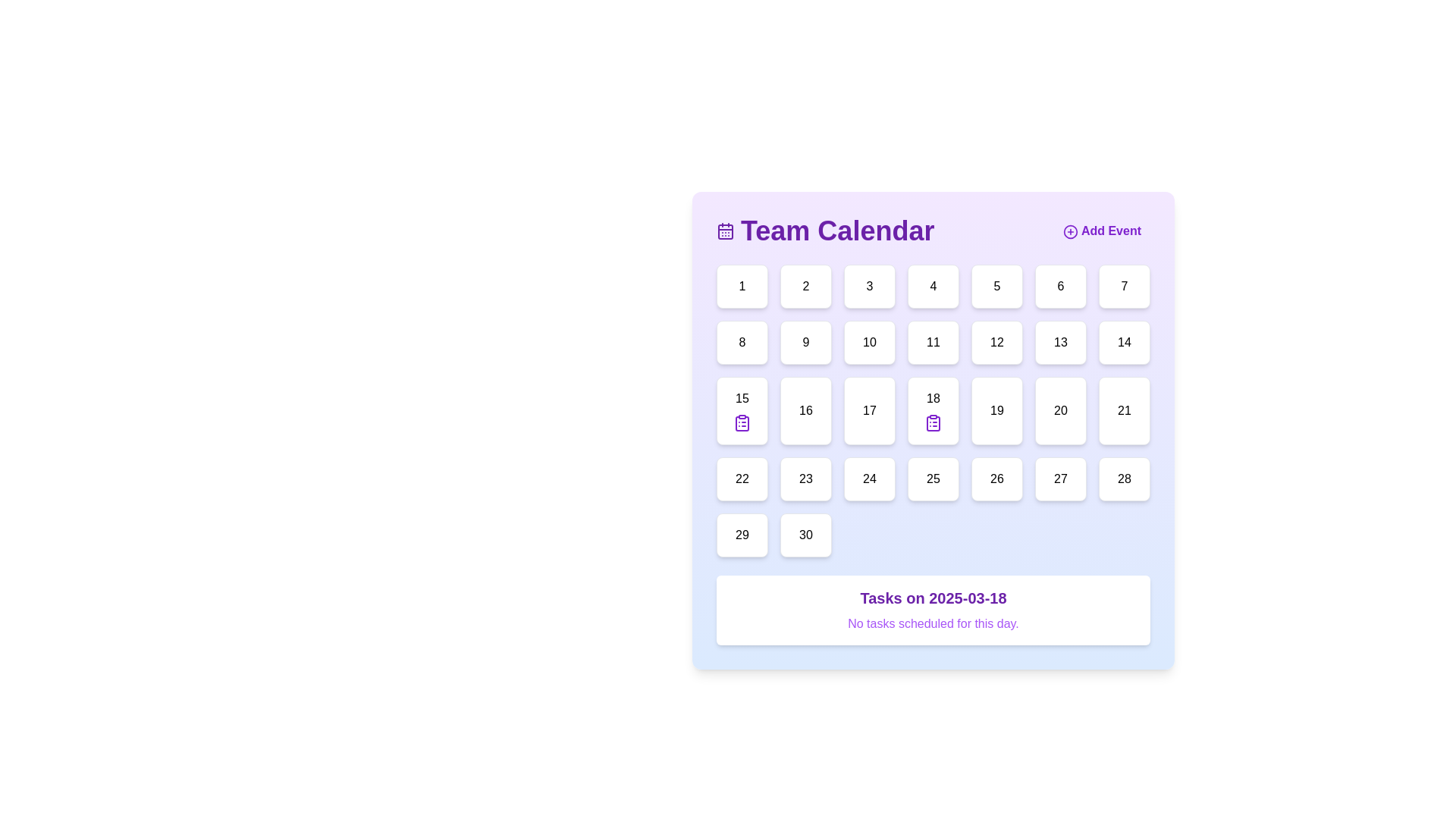 Image resolution: width=1456 pixels, height=819 pixels. What do you see at coordinates (932, 287) in the screenshot?
I see `the button representing the day '4' in the calendar interface` at bounding box center [932, 287].